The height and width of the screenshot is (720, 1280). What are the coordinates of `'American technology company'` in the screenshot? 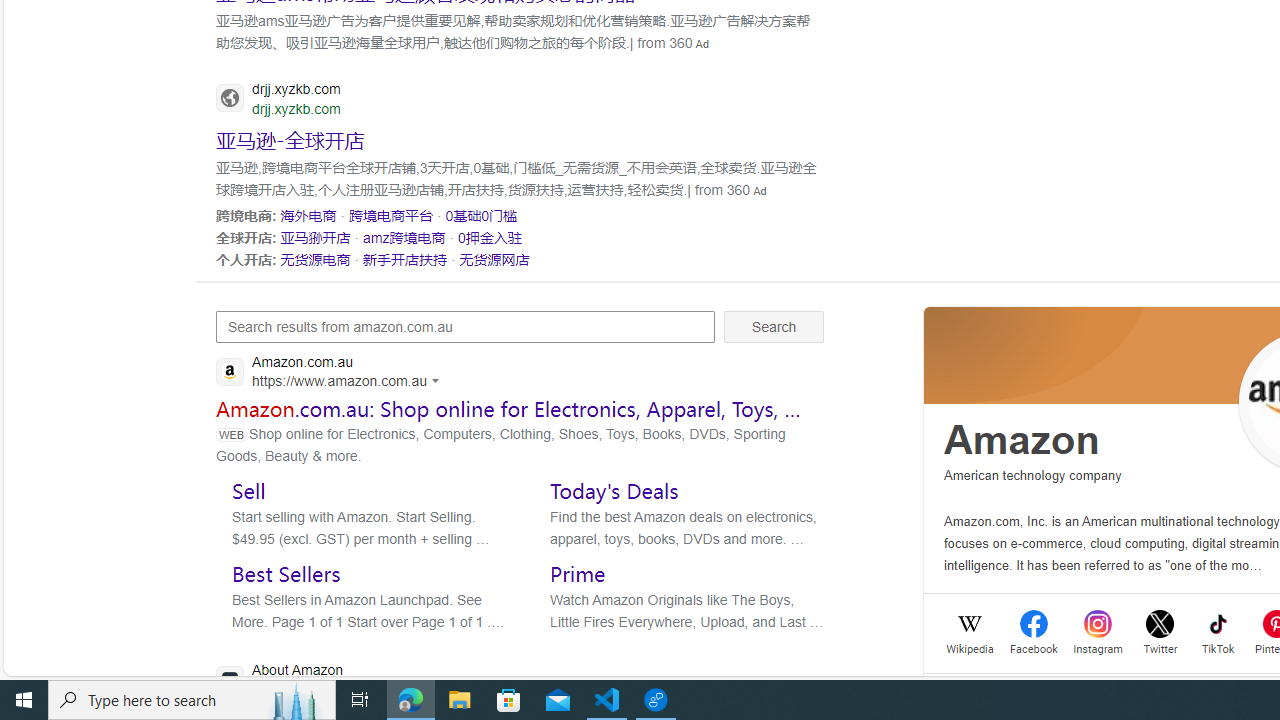 It's located at (1033, 475).